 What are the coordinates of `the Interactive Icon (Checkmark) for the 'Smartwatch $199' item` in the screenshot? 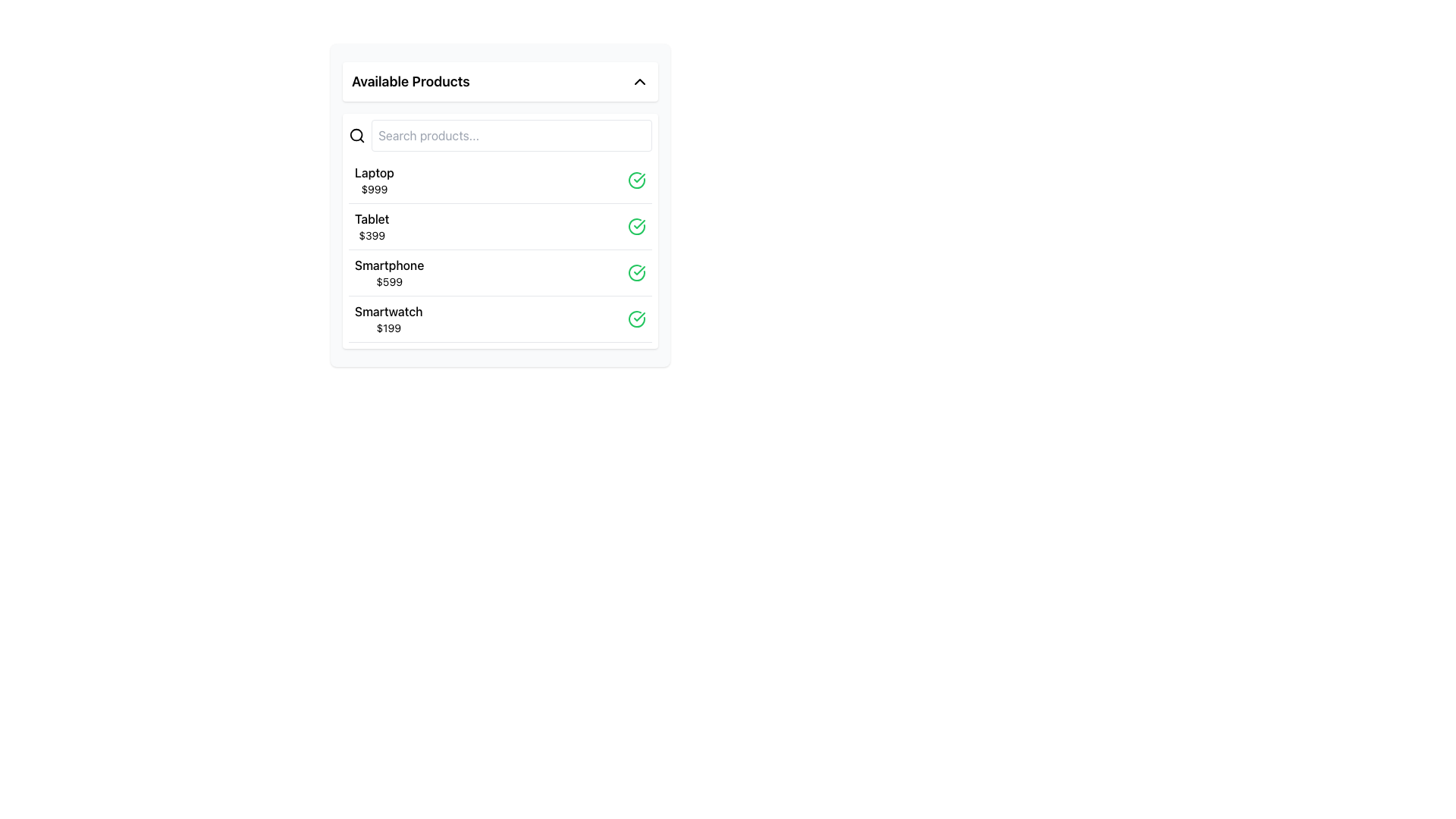 It's located at (637, 318).